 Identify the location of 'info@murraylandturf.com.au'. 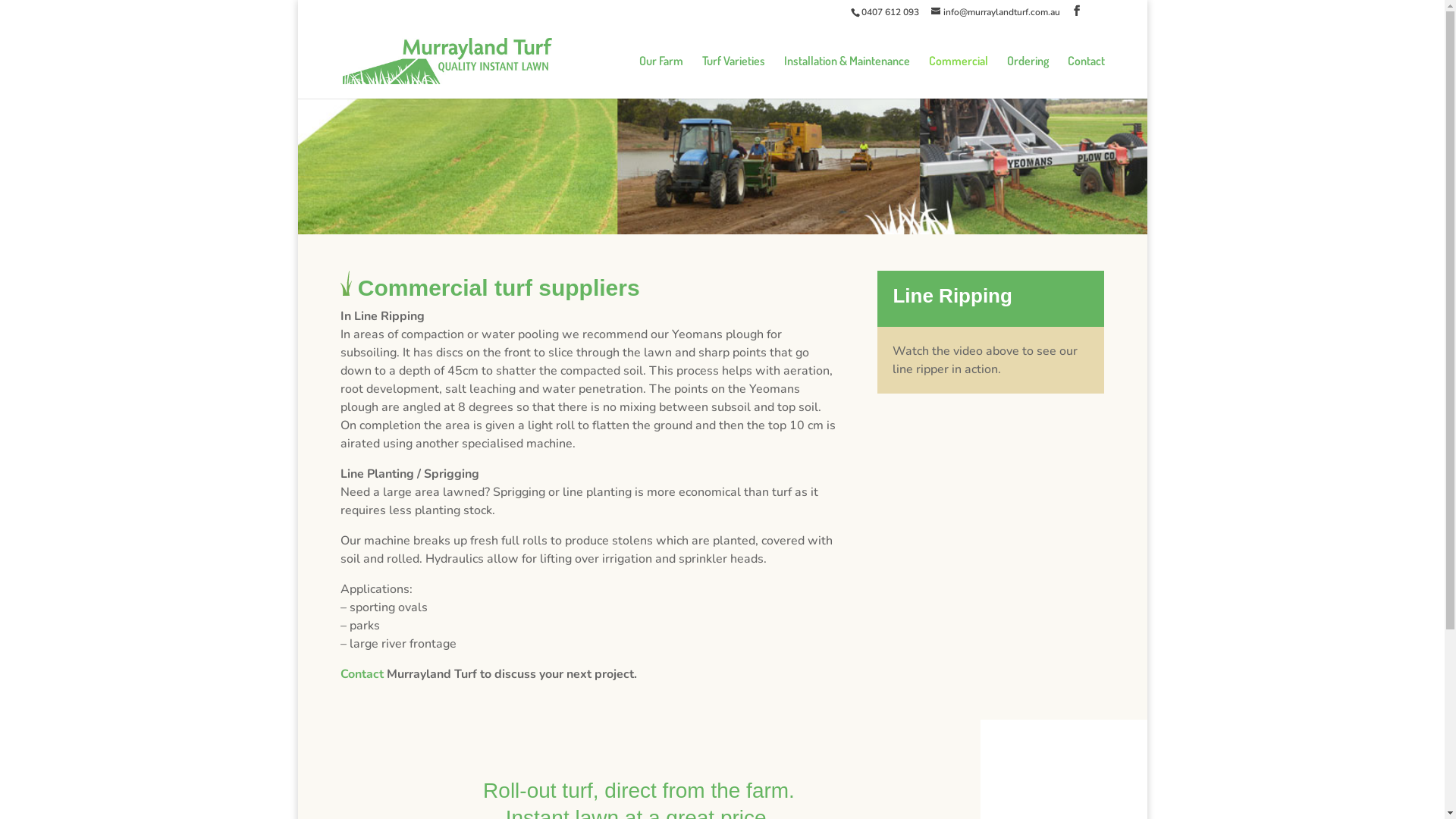
(996, 11).